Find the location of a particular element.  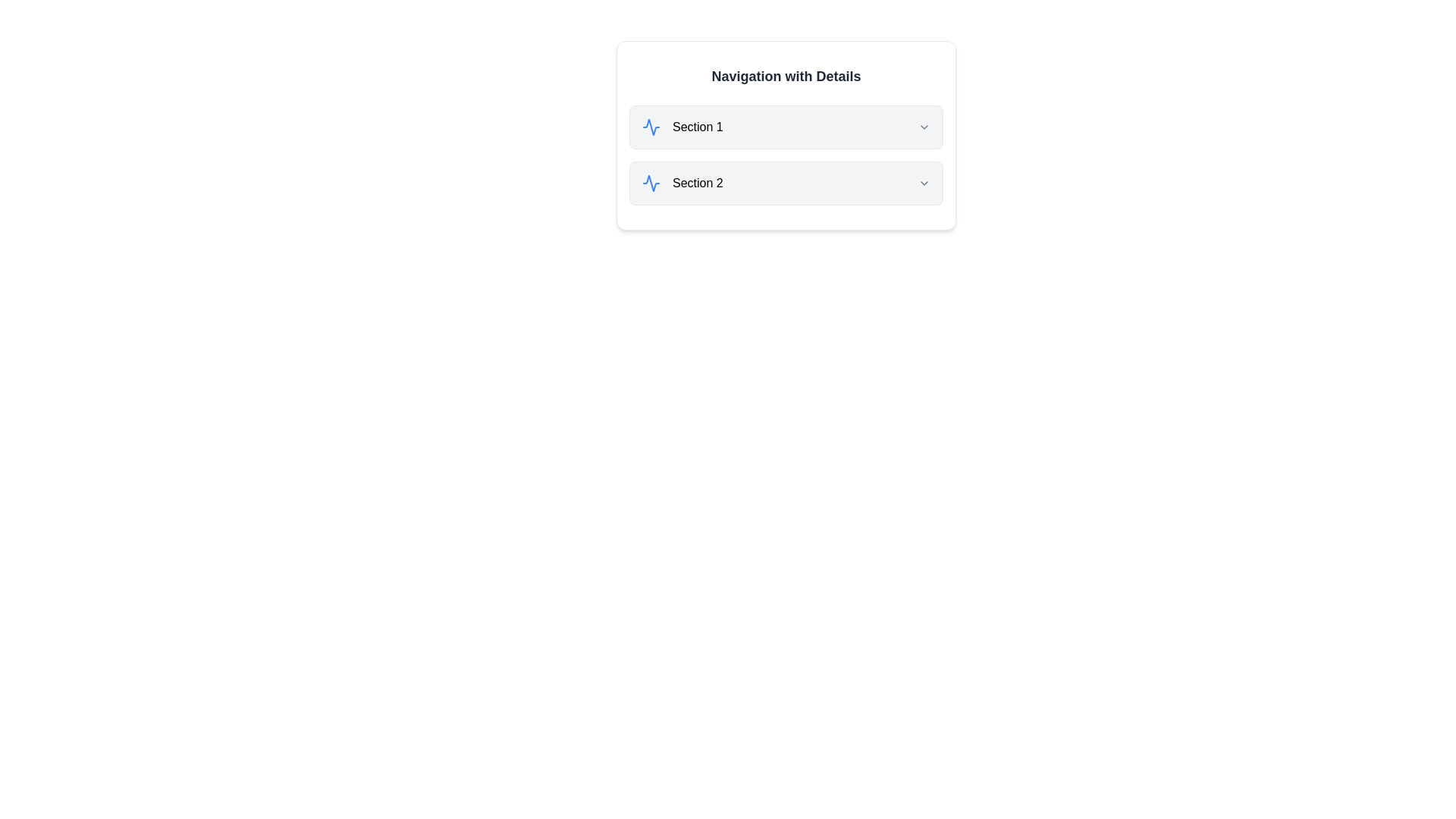

the text label displaying 'Section 1', which is styled with a medium font weight and is located in the middle of a navigation card, above 'Section 2' is located at coordinates (697, 127).